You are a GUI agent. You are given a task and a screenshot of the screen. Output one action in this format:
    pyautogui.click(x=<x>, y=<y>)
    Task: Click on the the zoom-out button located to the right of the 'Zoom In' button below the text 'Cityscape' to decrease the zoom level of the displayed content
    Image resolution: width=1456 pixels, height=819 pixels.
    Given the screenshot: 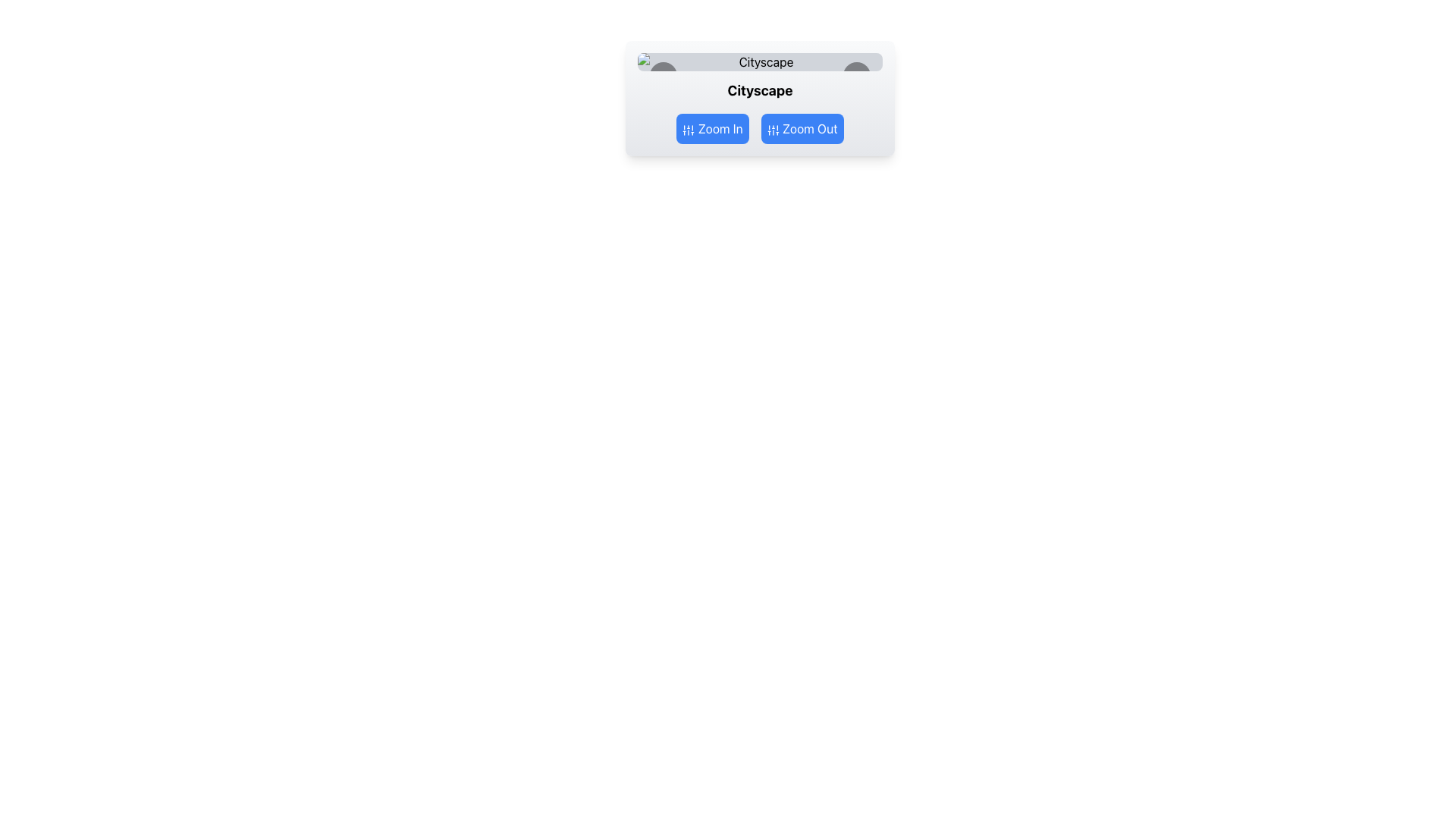 What is the action you would take?
    pyautogui.click(x=801, y=127)
    